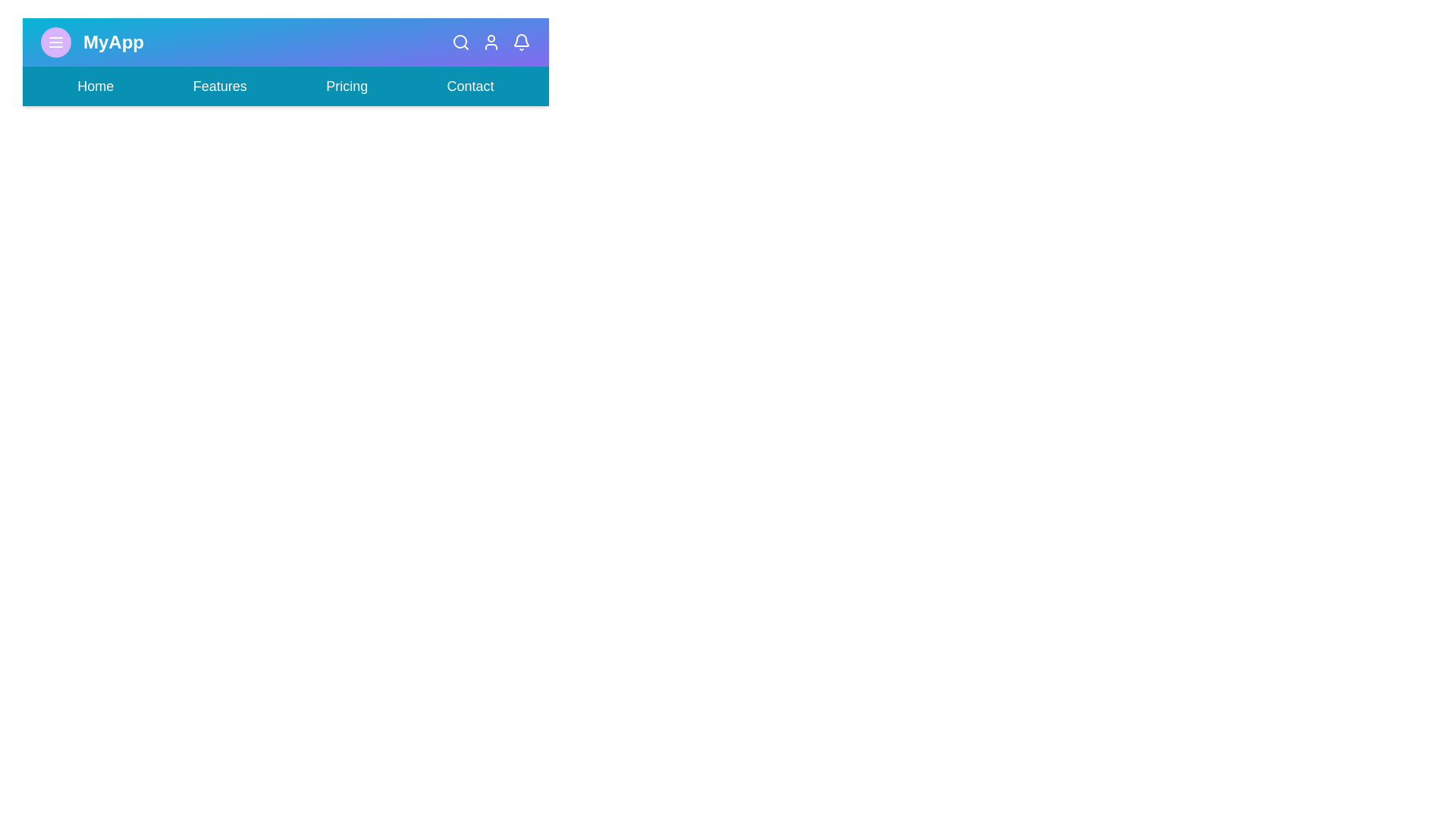  I want to click on the navigation link Pricing to navigate to the corresponding section, so click(345, 86).